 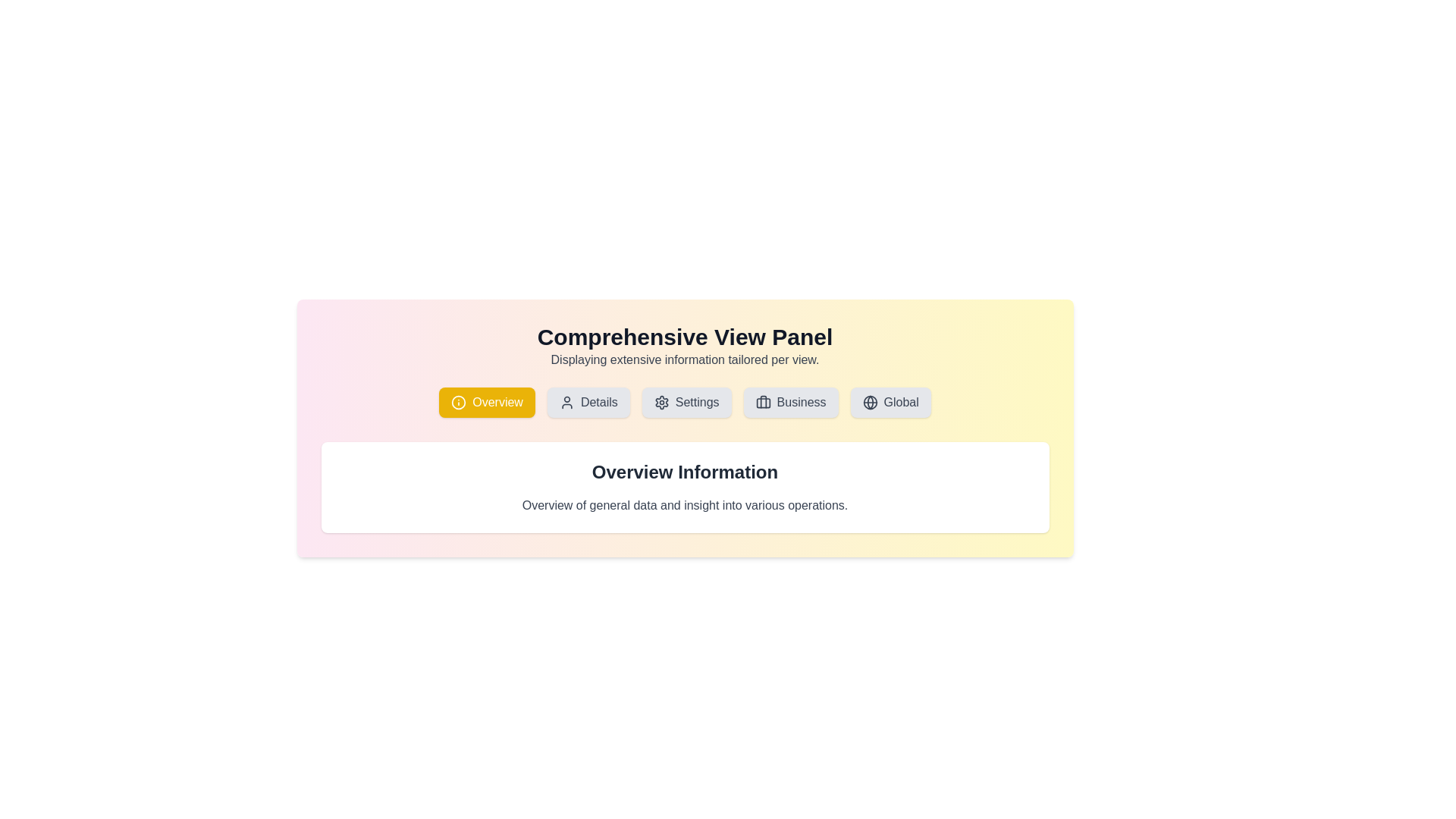 I want to click on the 'Global' text label, which is styled in dark gray and is part of a button group in the top-right corner of the panel, located to the right of a globe icon, so click(x=901, y=402).